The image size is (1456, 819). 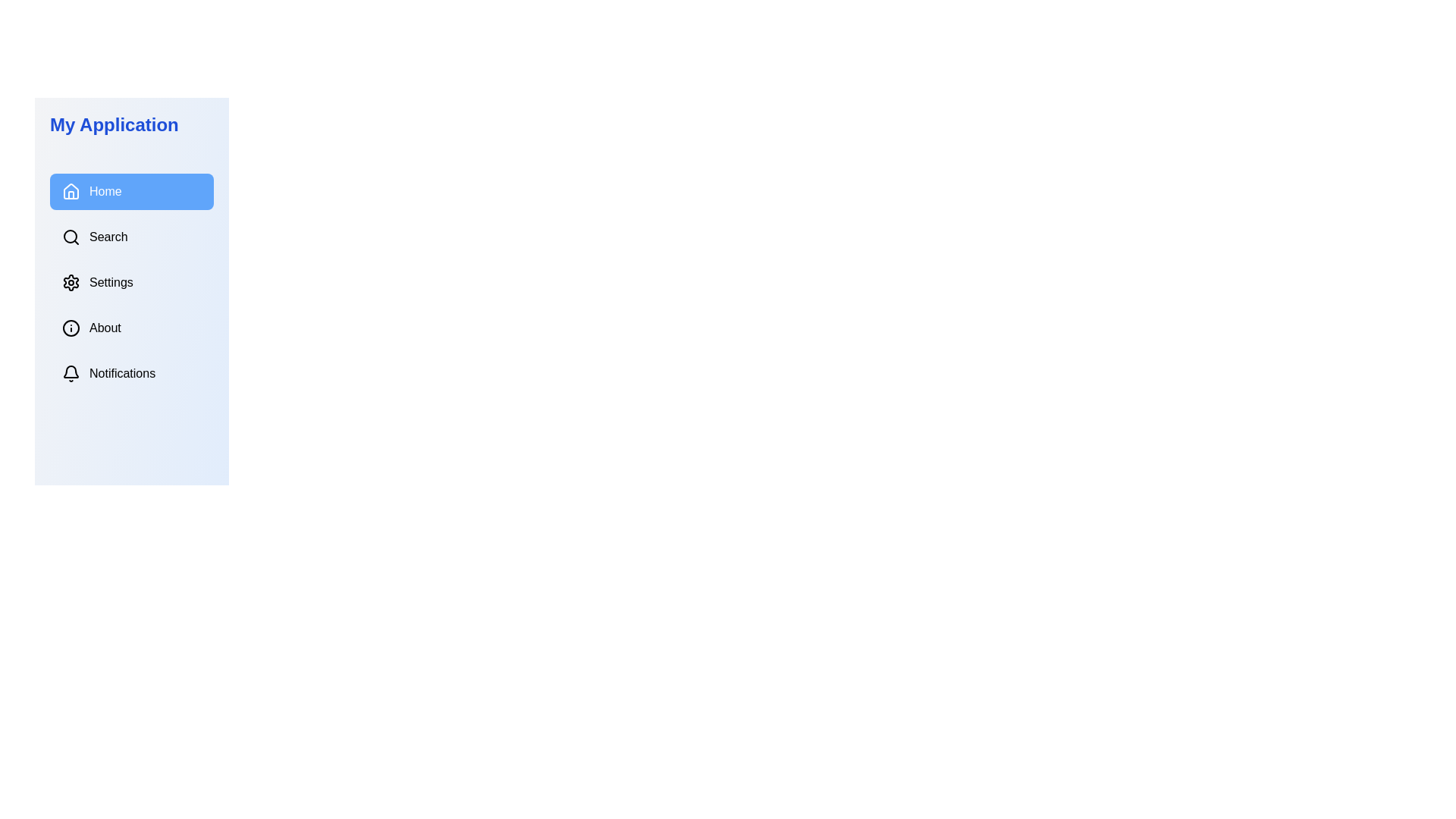 What do you see at coordinates (71, 190) in the screenshot?
I see `the house icon located in the top left of the side navigation menu, which is styled as a vector graphic with a stroke outline and is aligned with the 'Home' label` at bounding box center [71, 190].